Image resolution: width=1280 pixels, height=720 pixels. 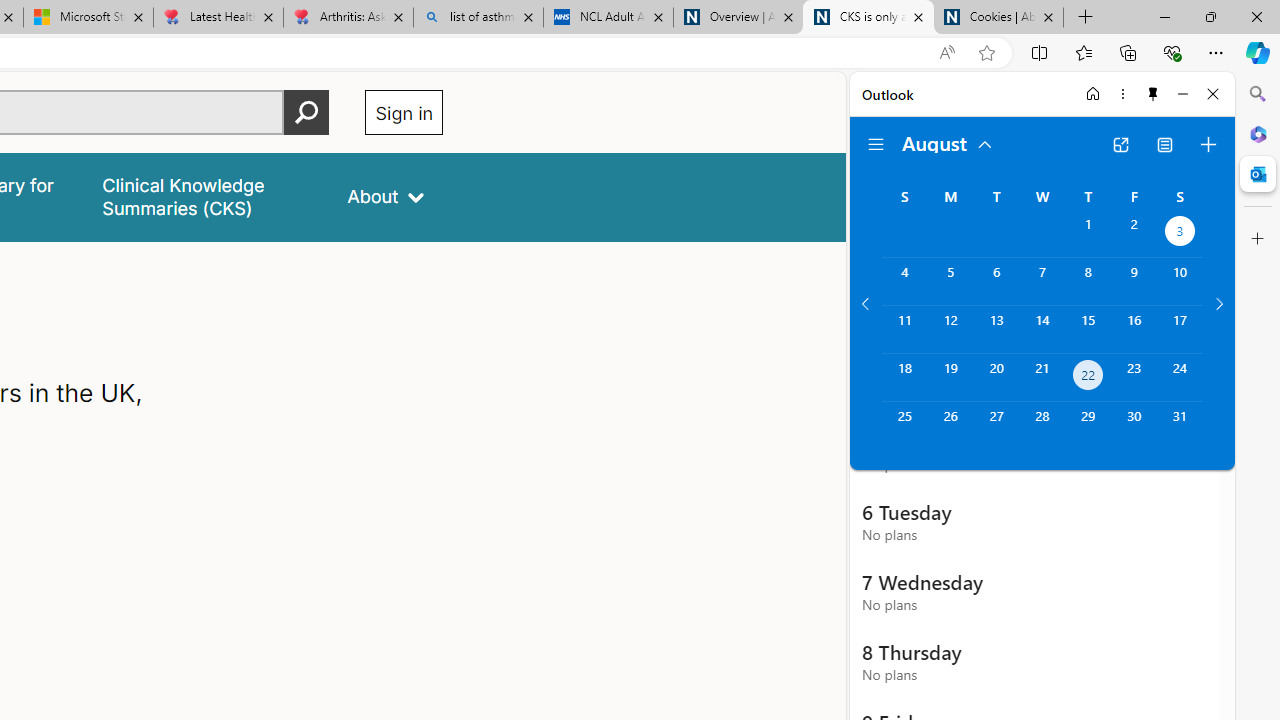 What do you see at coordinates (947, 141) in the screenshot?
I see `'August'` at bounding box center [947, 141].